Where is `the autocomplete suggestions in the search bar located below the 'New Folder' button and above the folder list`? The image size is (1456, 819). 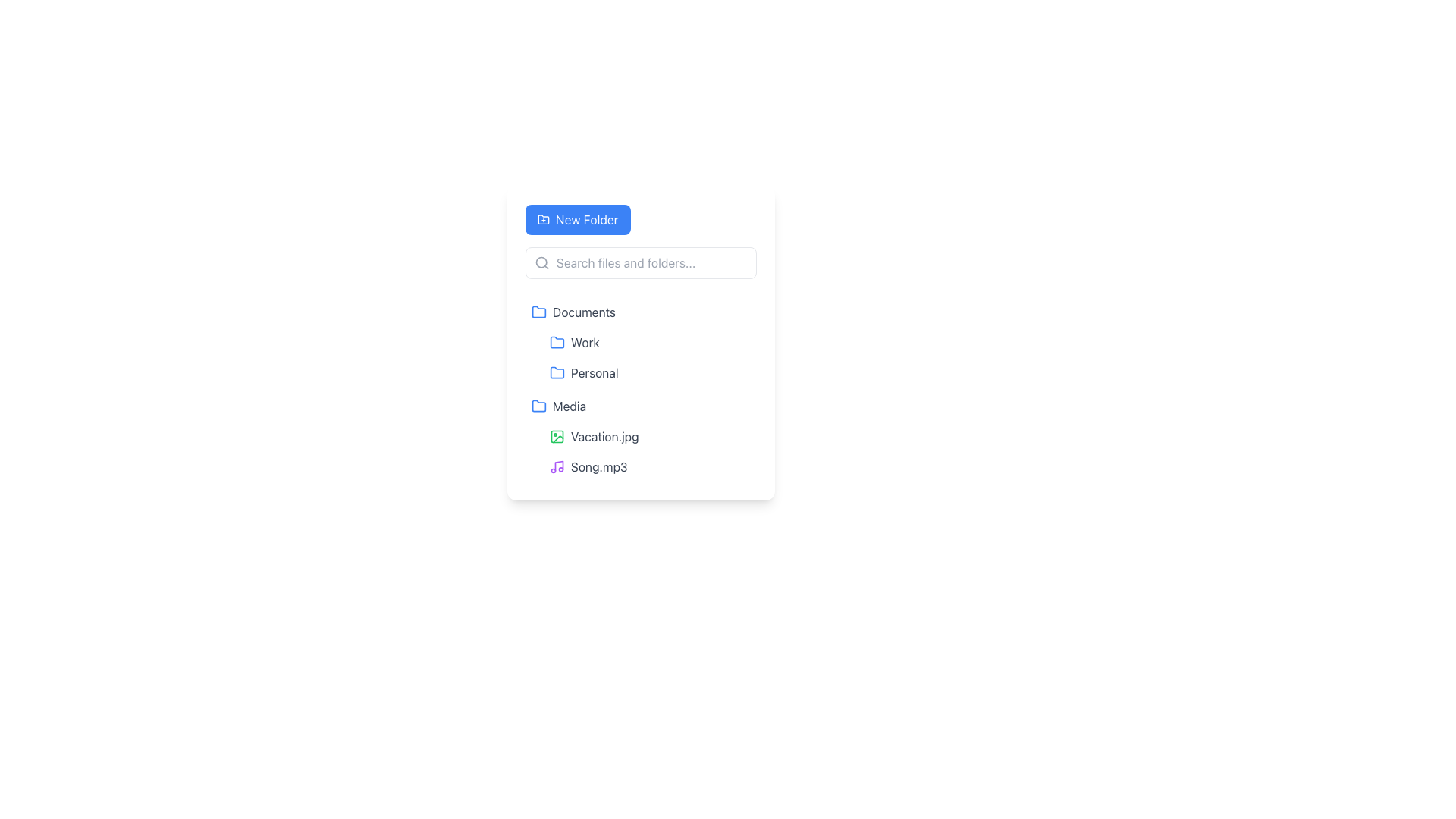
the autocomplete suggestions in the search bar located below the 'New Folder' button and above the folder list is located at coordinates (641, 262).